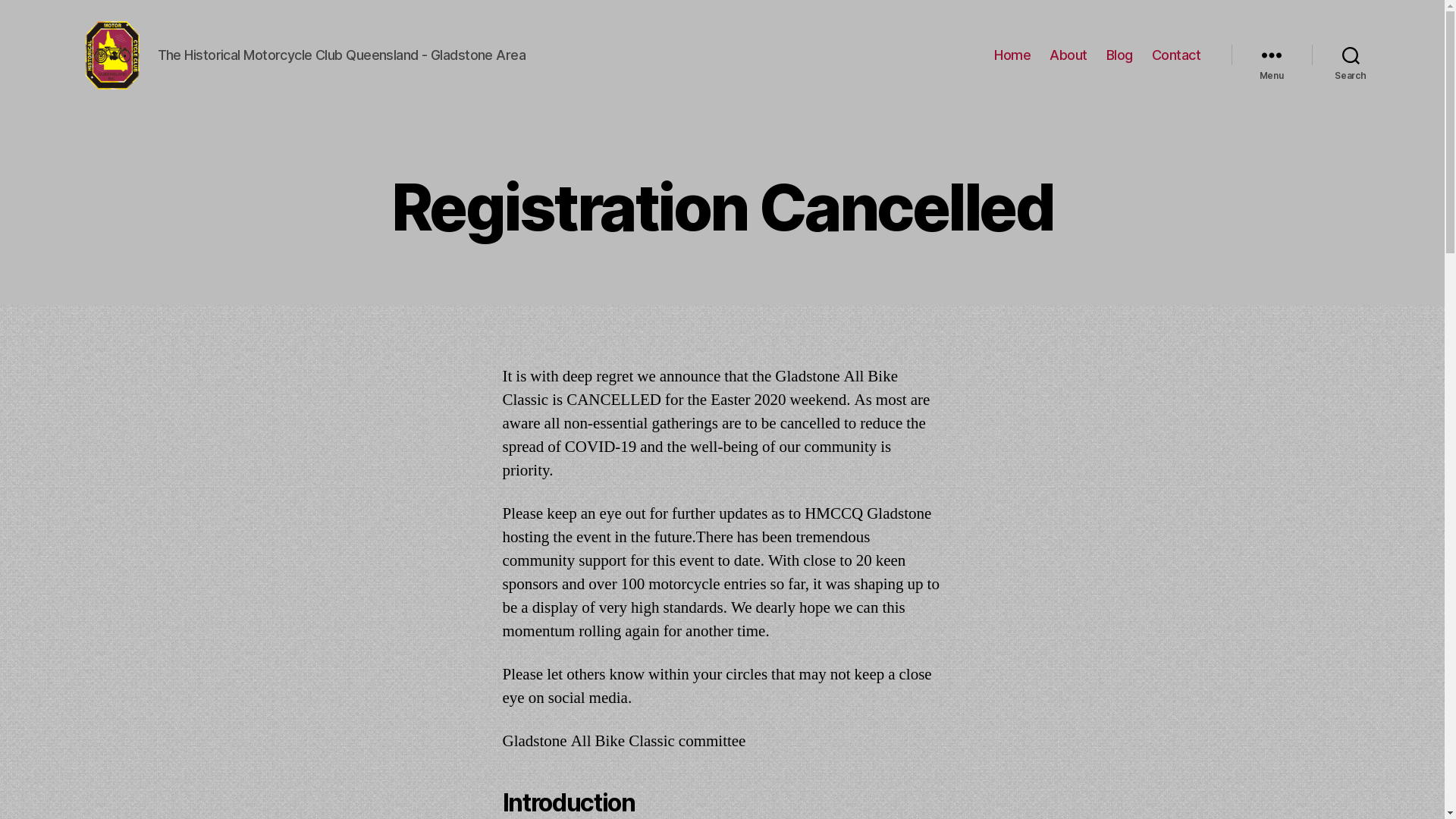  Describe the element at coordinates (1068, 55) in the screenshot. I see `'About'` at that location.